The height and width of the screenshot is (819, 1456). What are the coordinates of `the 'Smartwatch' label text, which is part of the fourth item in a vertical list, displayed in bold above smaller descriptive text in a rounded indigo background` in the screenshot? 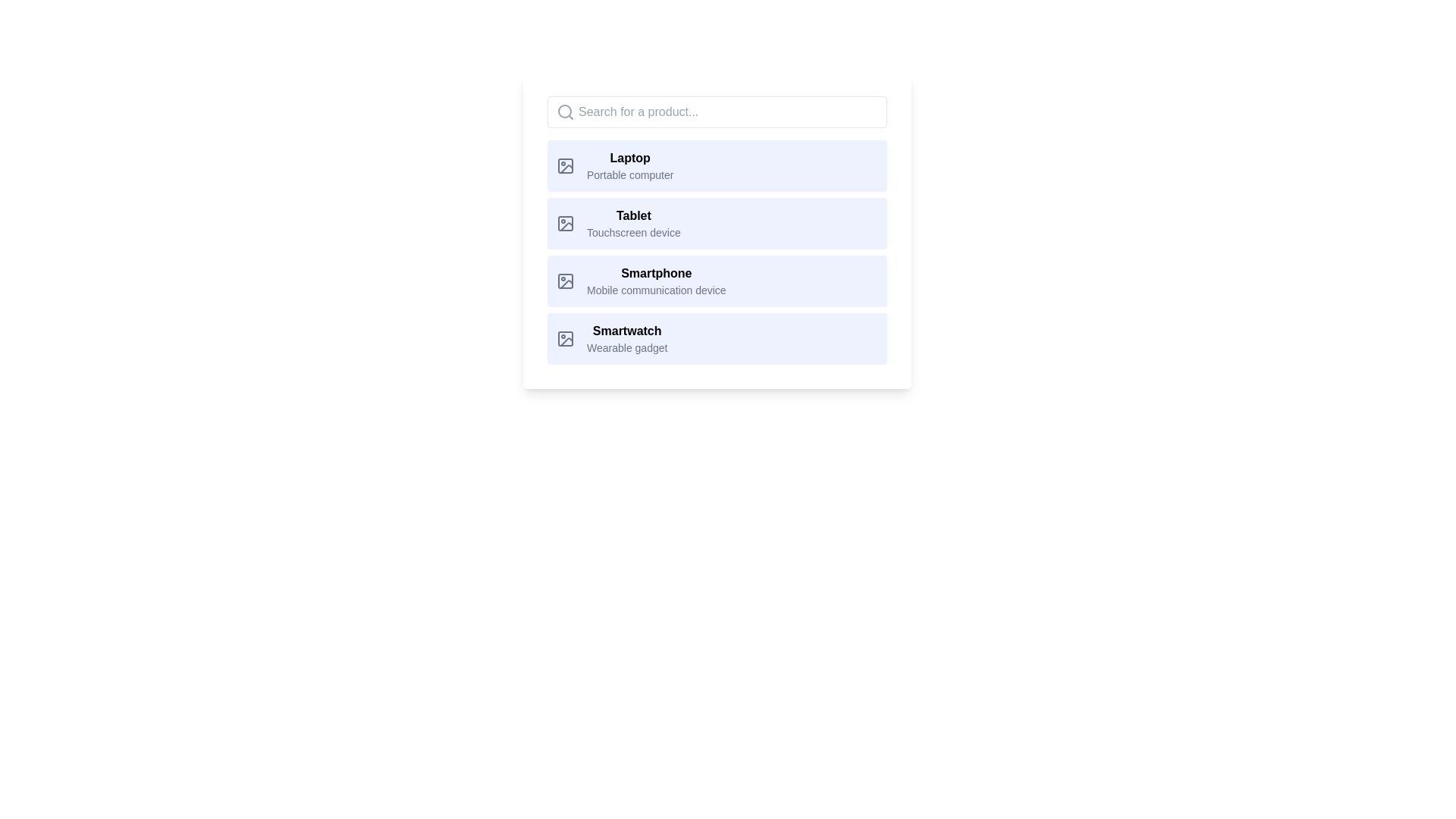 It's located at (627, 338).